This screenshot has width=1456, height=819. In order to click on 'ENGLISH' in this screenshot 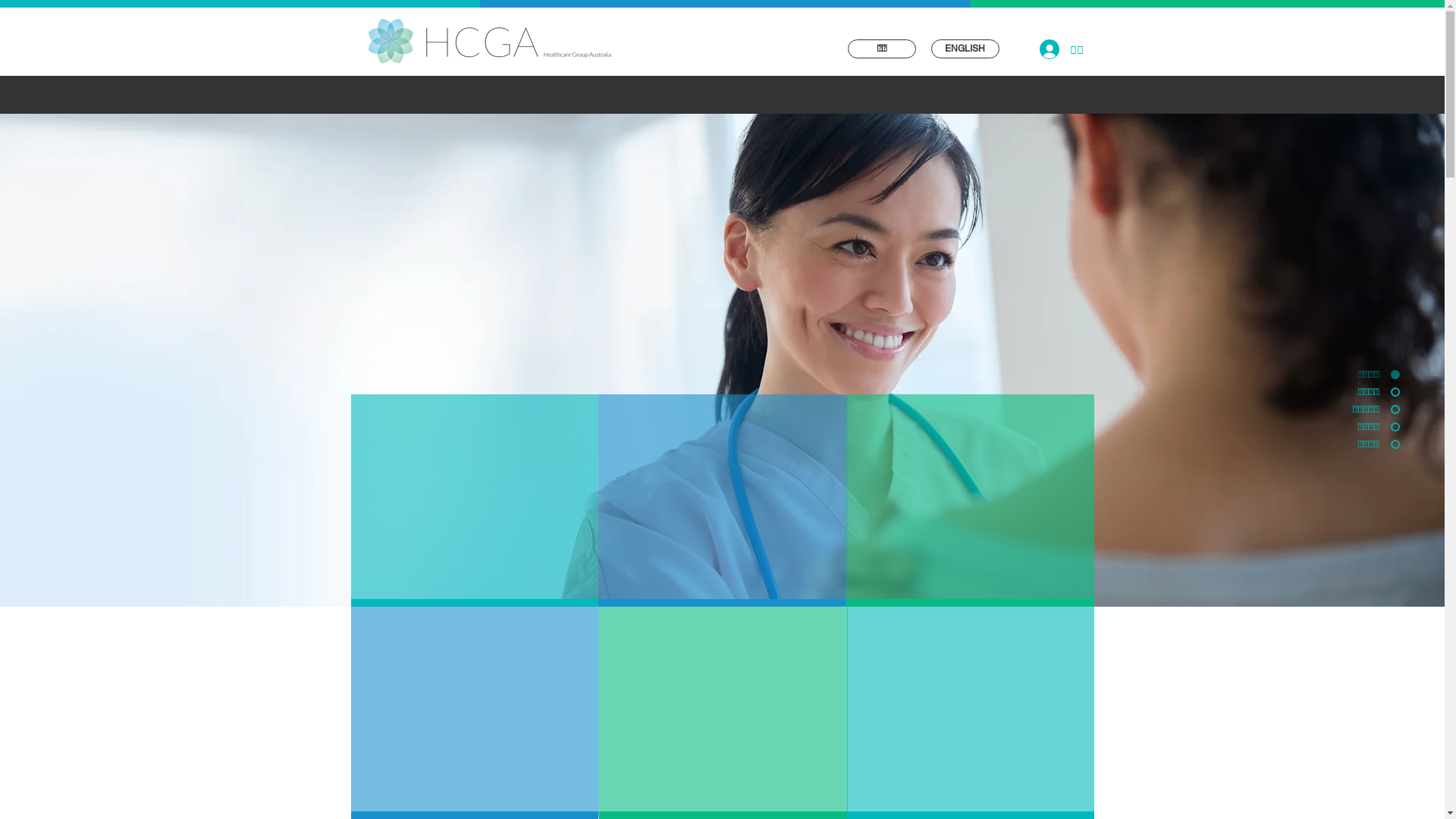, I will do `click(964, 48)`.